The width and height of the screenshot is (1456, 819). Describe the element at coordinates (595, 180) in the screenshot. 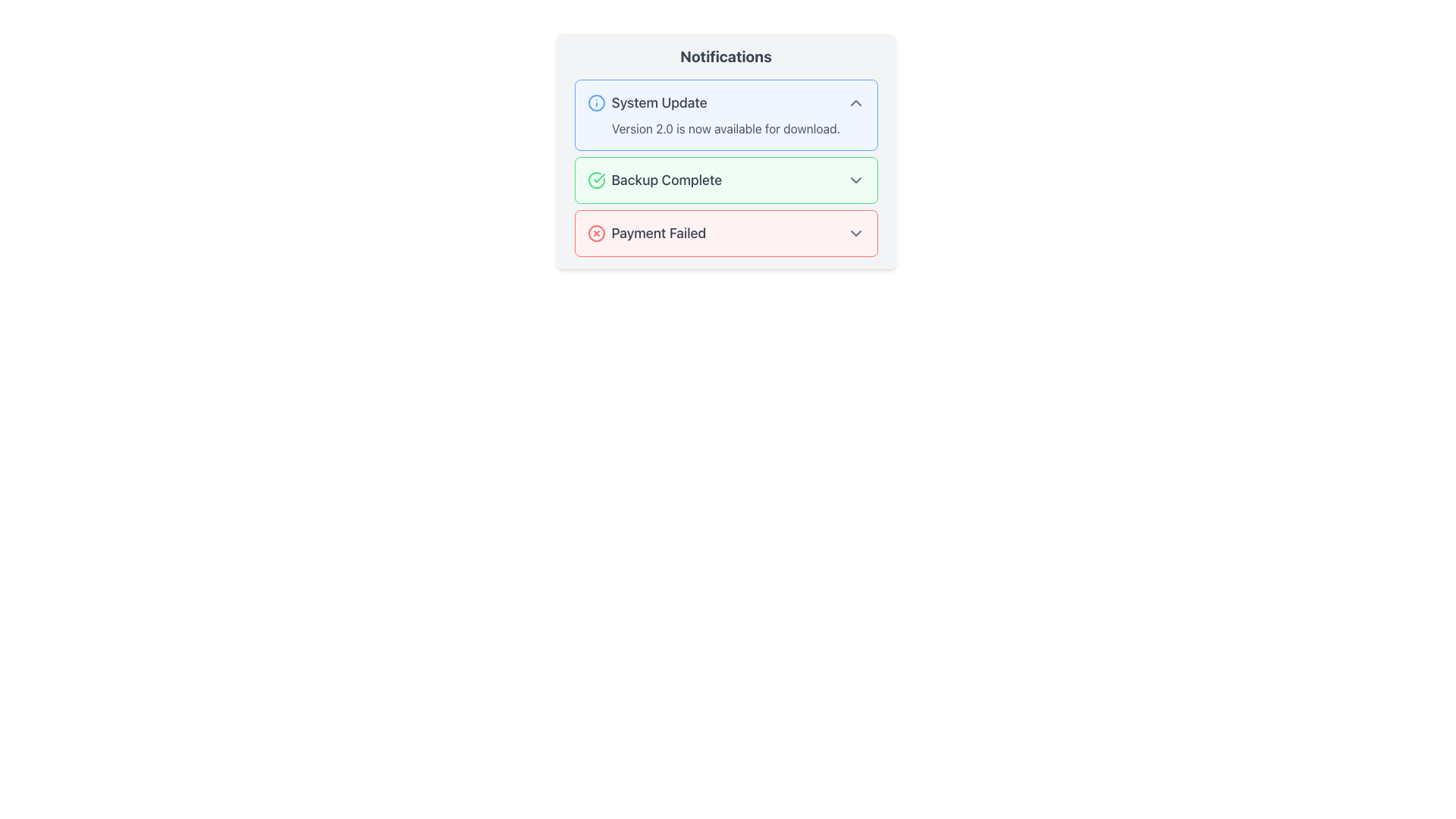

I see `associated label next to the outlined green checkmark icon in the 'Backup Complete' section of the notification interface` at that location.